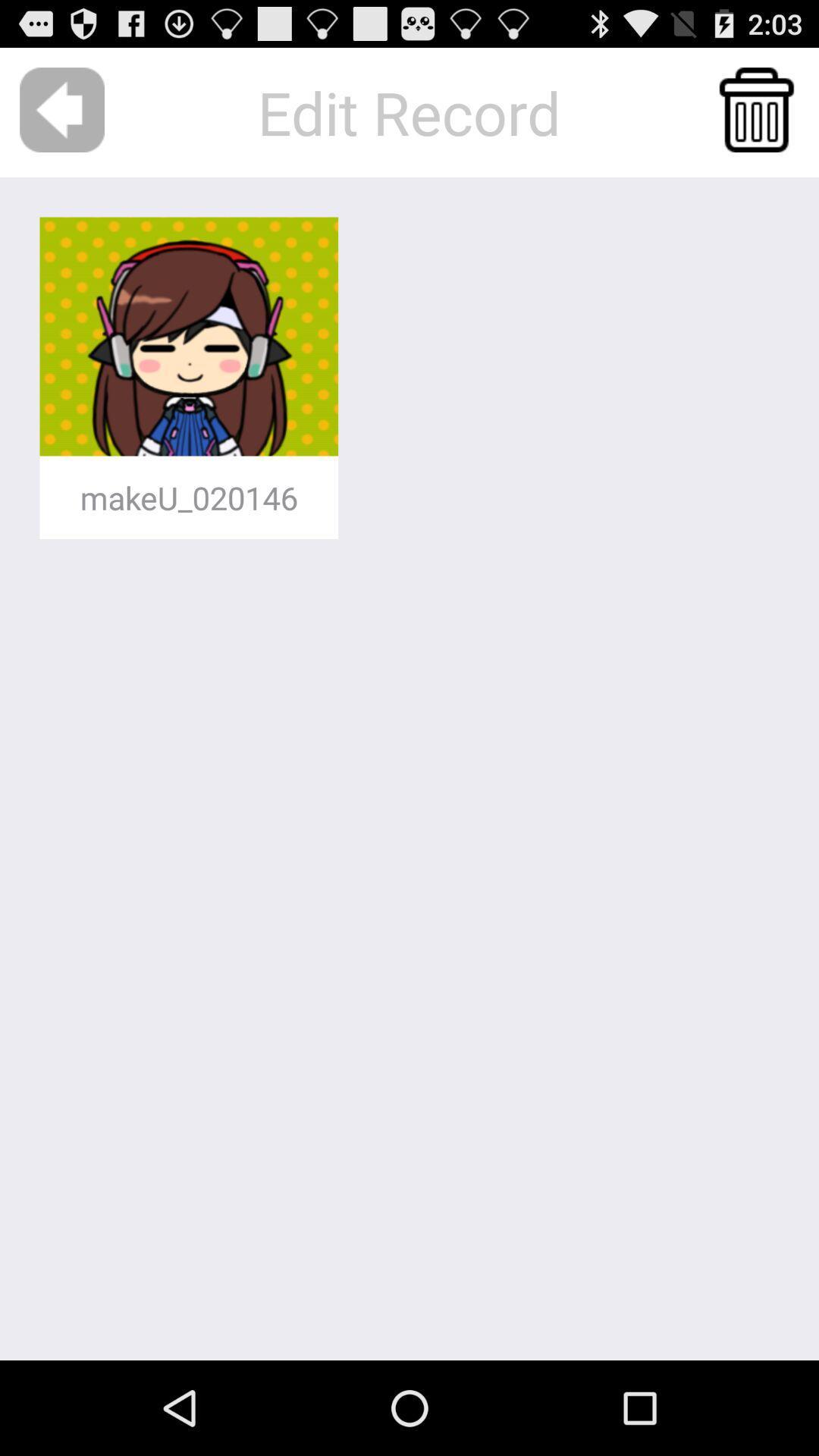  I want to click on the app to the right of the edit record item, so click(756, 109).